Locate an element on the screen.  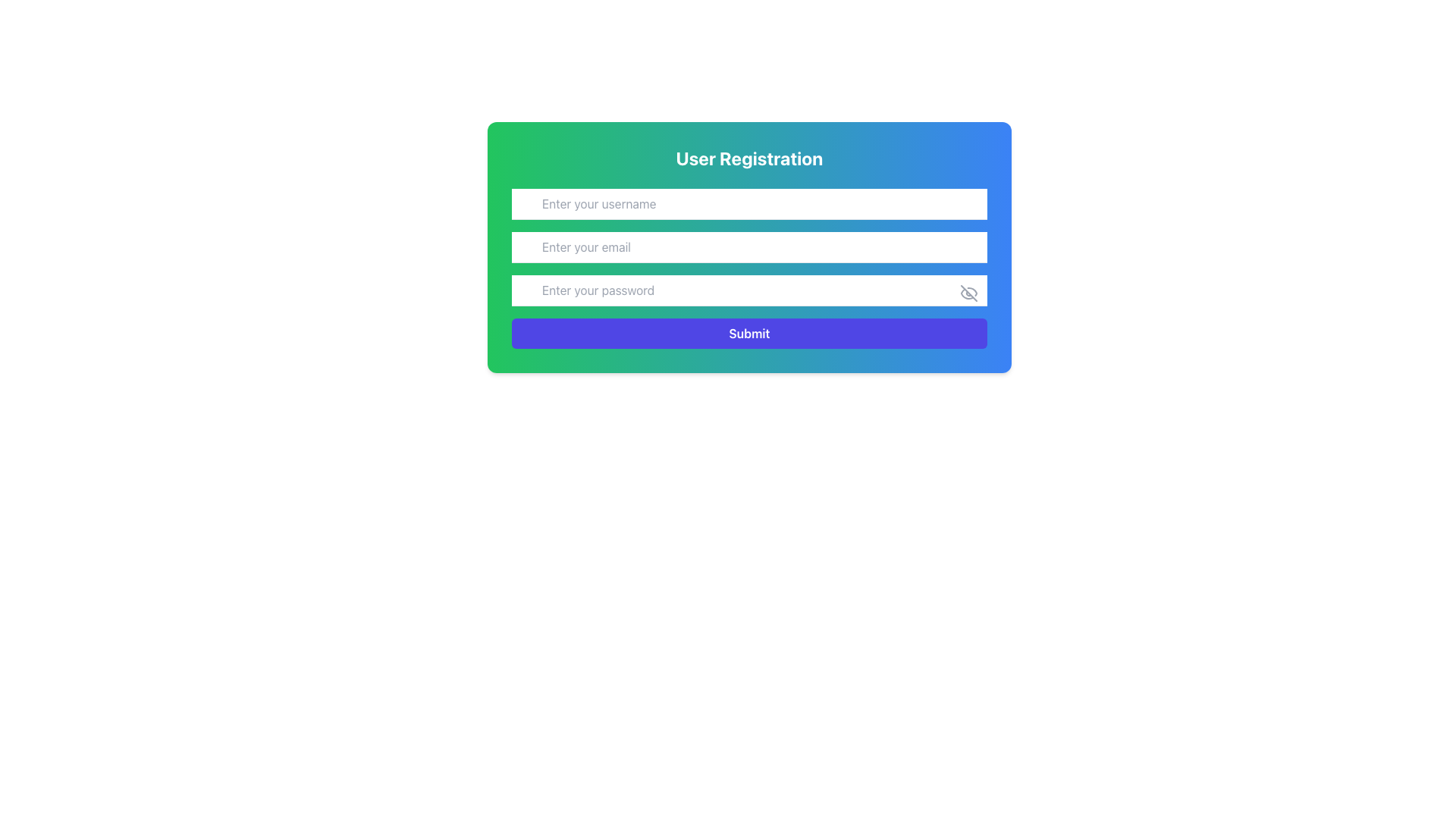
the email input field in the user registration form is located at coordinates (749, 246).